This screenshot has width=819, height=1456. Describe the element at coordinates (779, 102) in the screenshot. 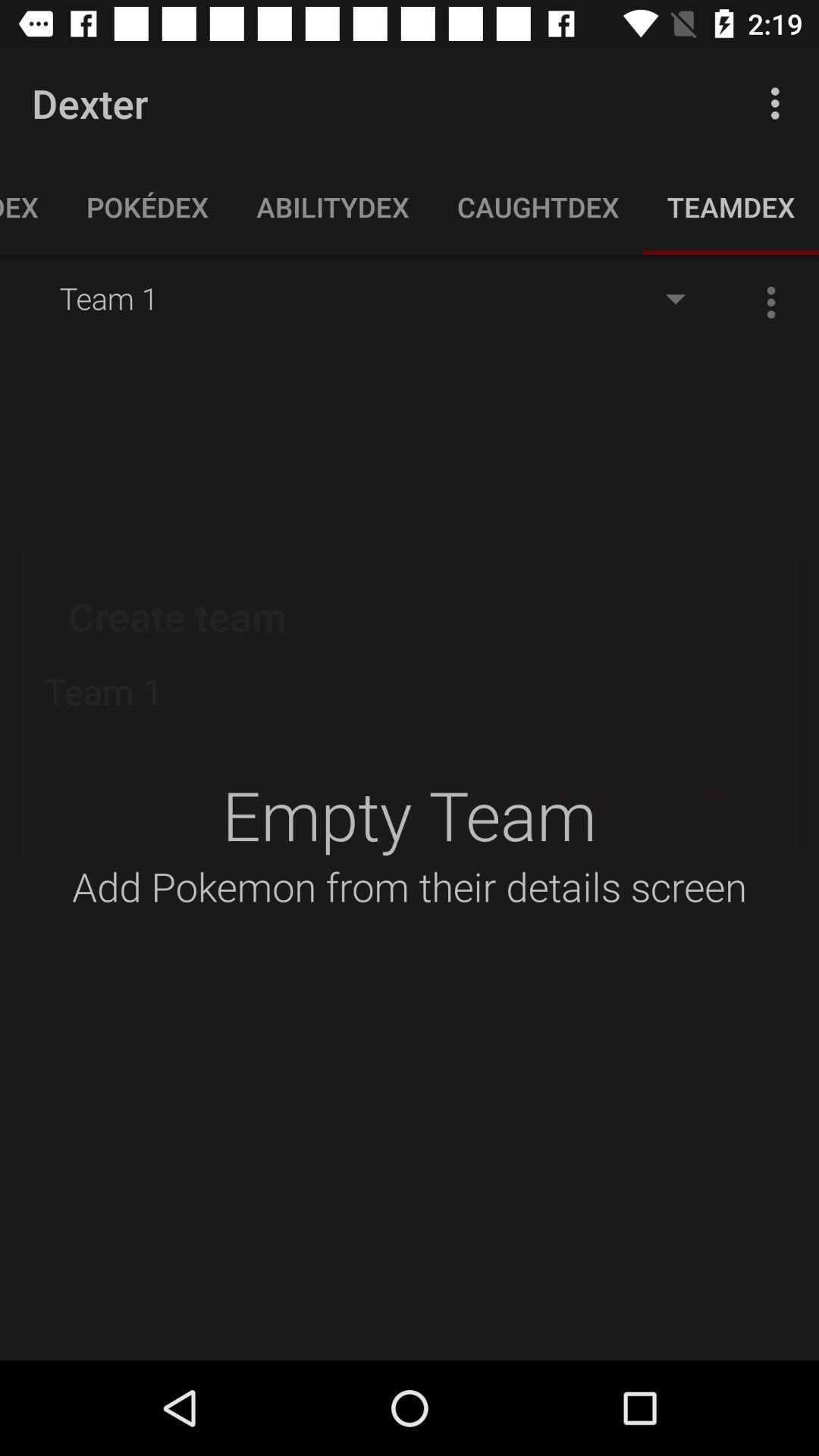

I see `app next to the dexter icon` at that location.